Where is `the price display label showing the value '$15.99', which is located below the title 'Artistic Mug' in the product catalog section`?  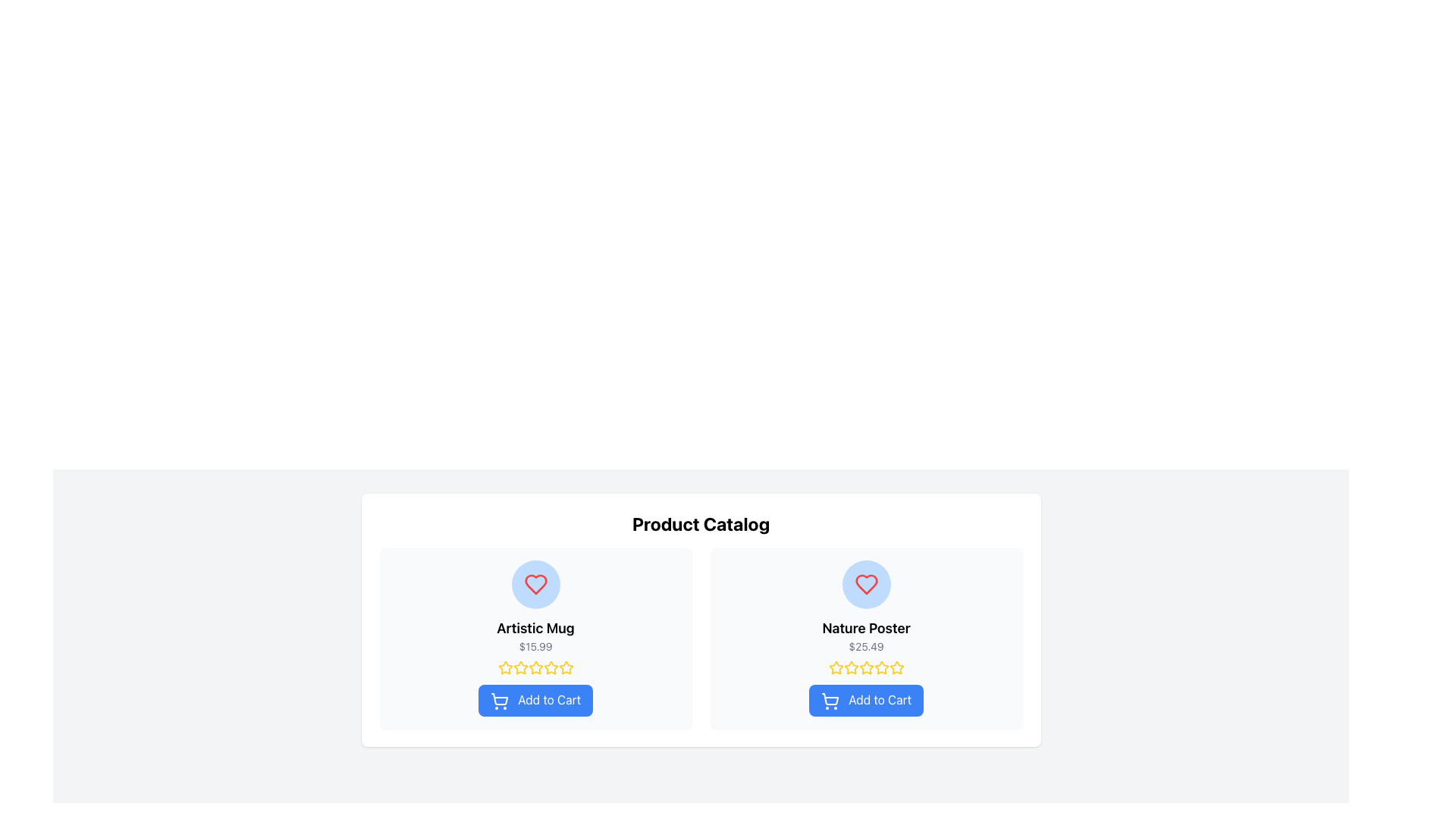 the price display label showing the value '$15.99', which is located below the title 'Artistic Mug' in the product catalog section is located at coordinates (535, 646).